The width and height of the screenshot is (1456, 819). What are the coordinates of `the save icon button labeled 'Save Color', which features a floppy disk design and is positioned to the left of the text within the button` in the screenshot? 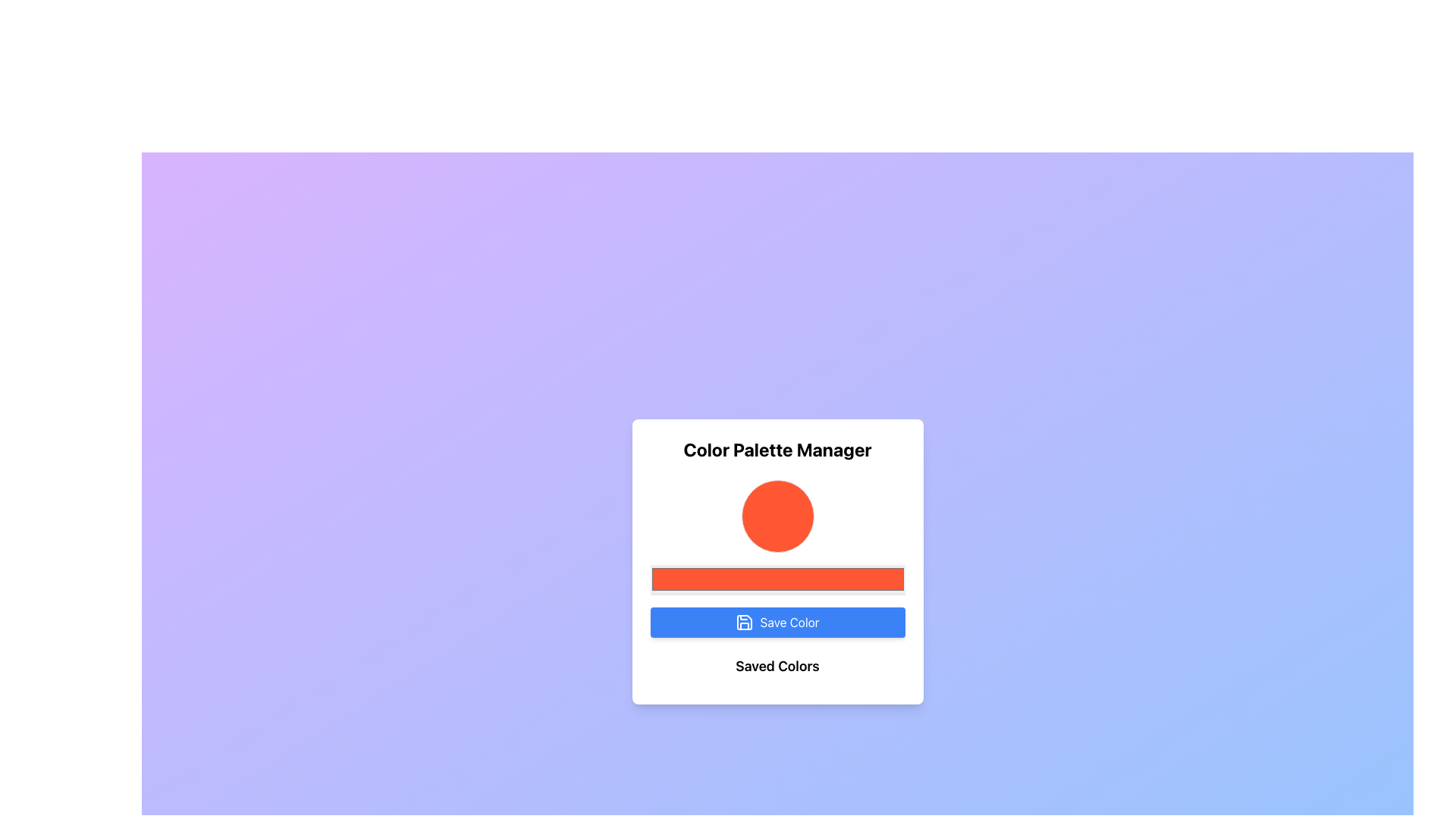 It's located at (745, 623).